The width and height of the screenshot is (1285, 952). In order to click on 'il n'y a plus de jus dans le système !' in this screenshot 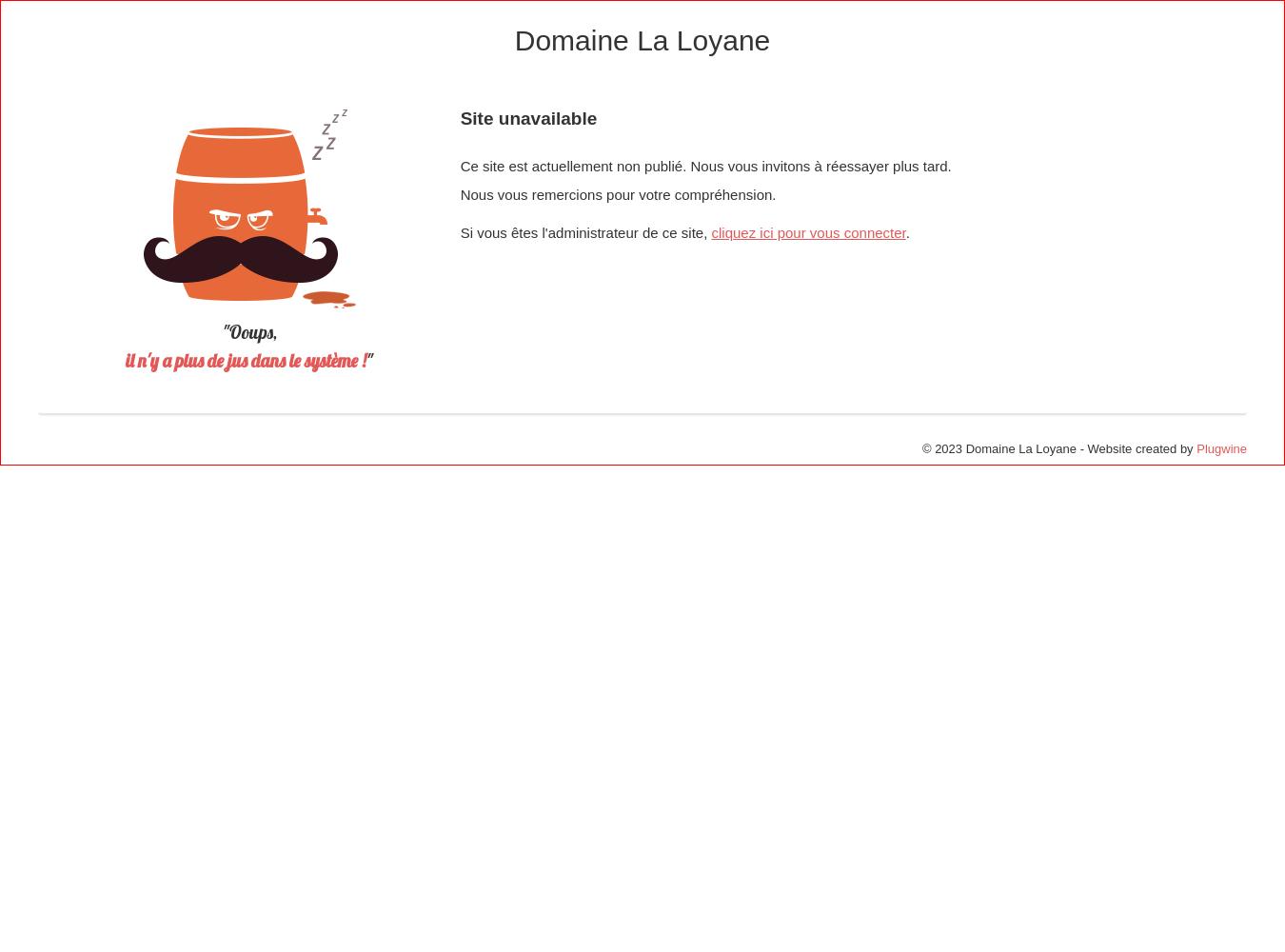, I will do `click(245, 361)`.